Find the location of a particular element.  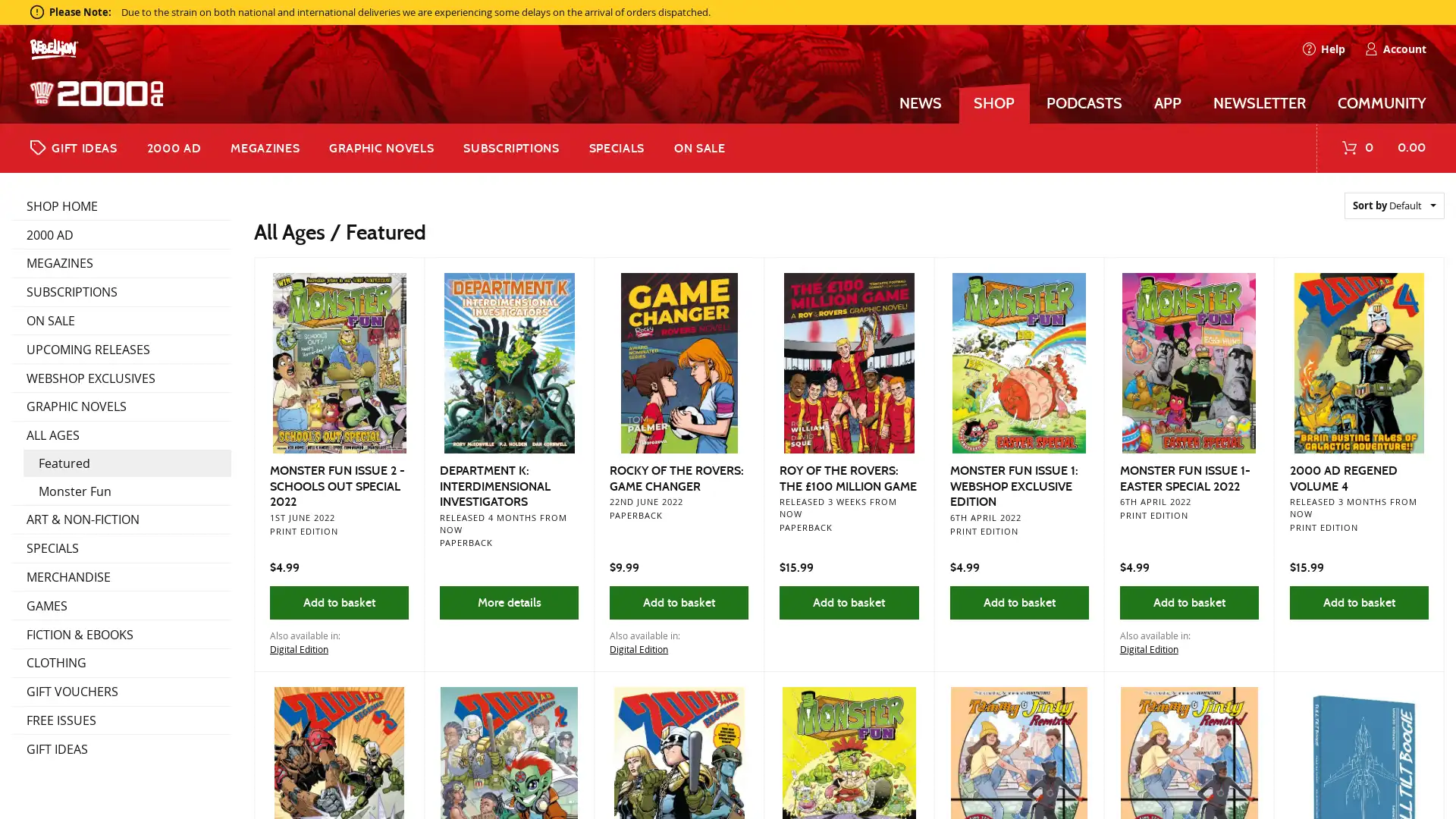

Digital Edition is located at coordinates (639, 648).